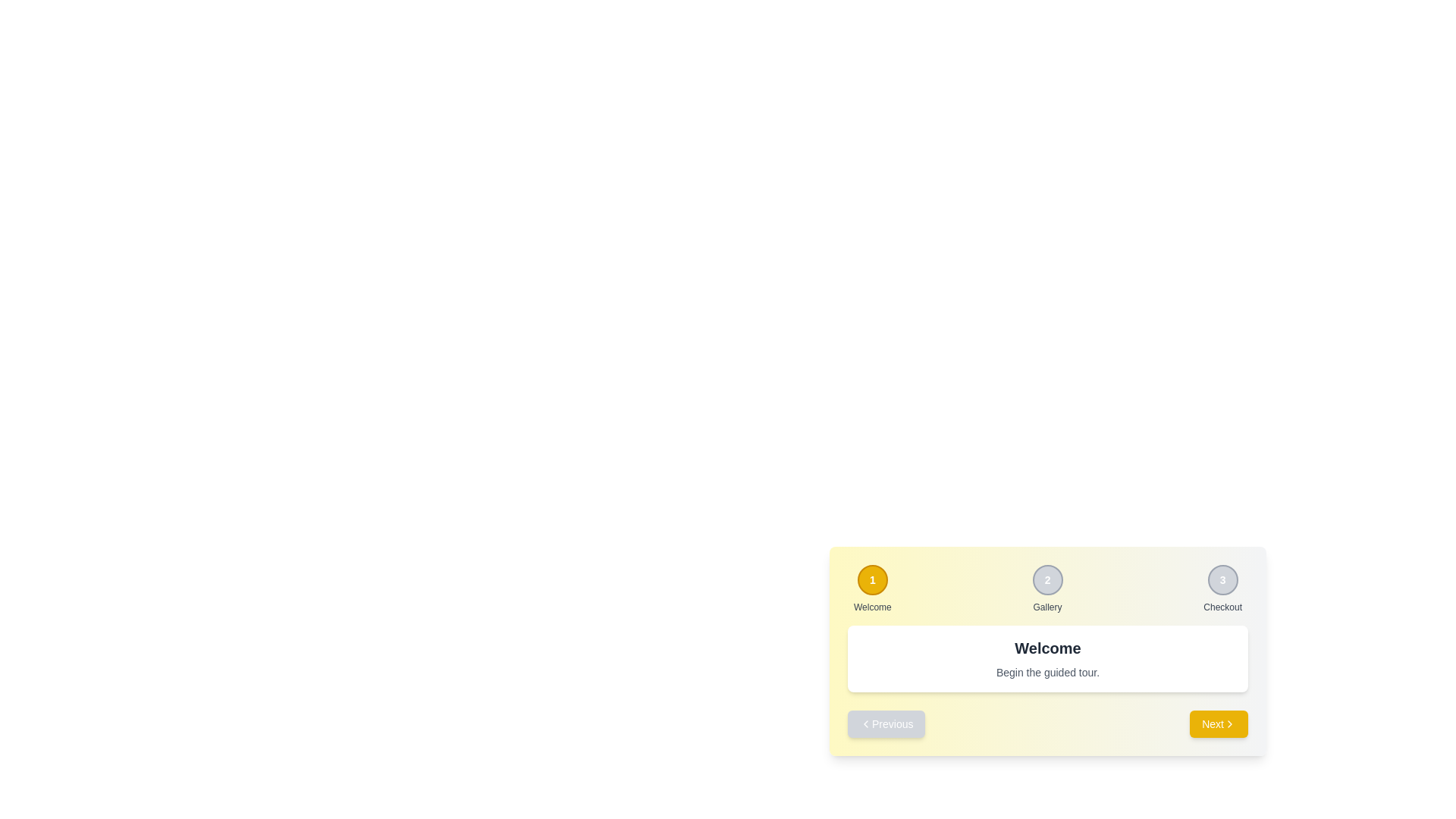  I want to click on the right-facing chevron icon embedded within the 'Next' button, so click(1230, 723).